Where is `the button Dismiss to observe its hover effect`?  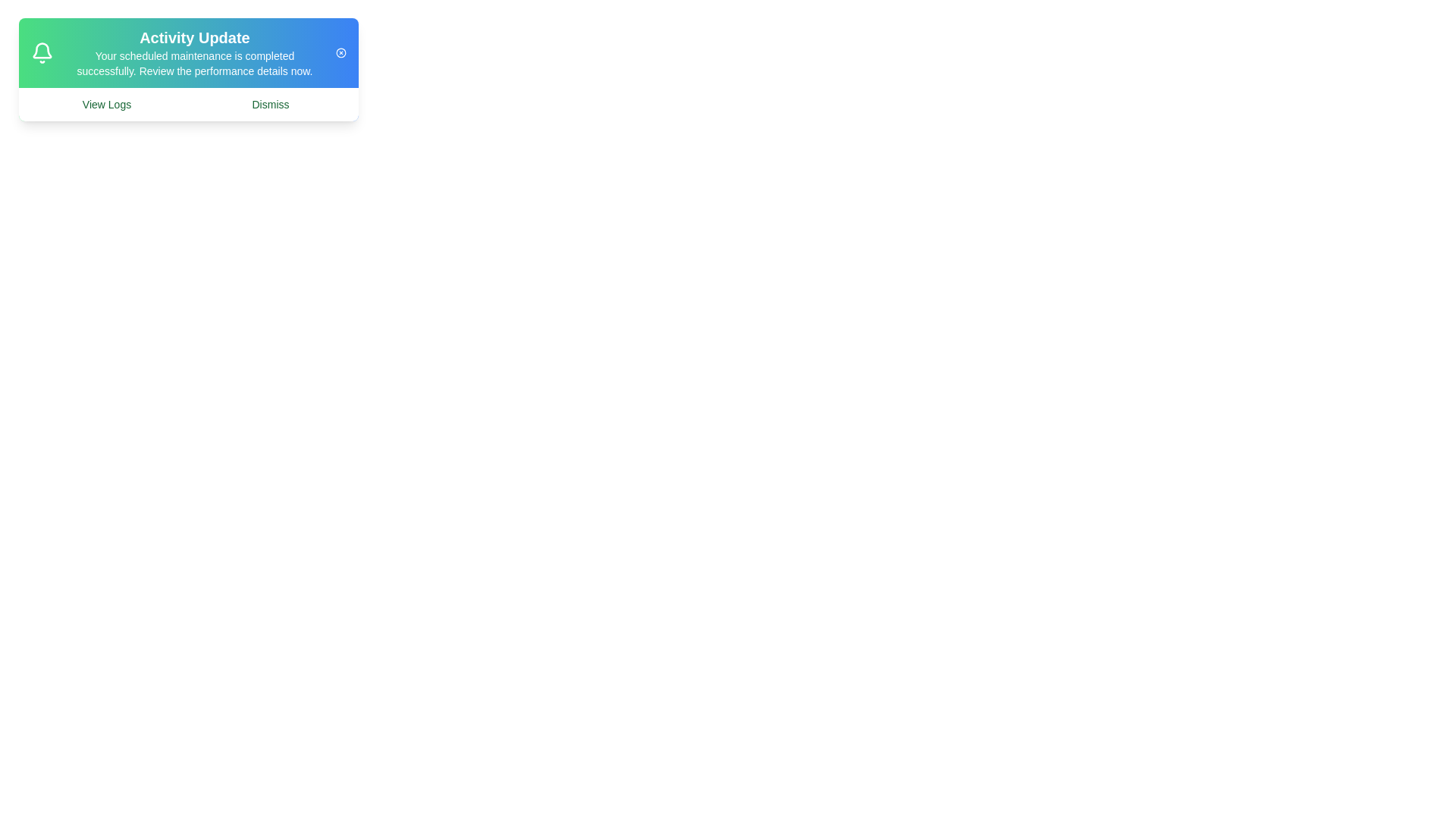 the button Dismiss to observe its hover effect is located at coordinates (270, 104).